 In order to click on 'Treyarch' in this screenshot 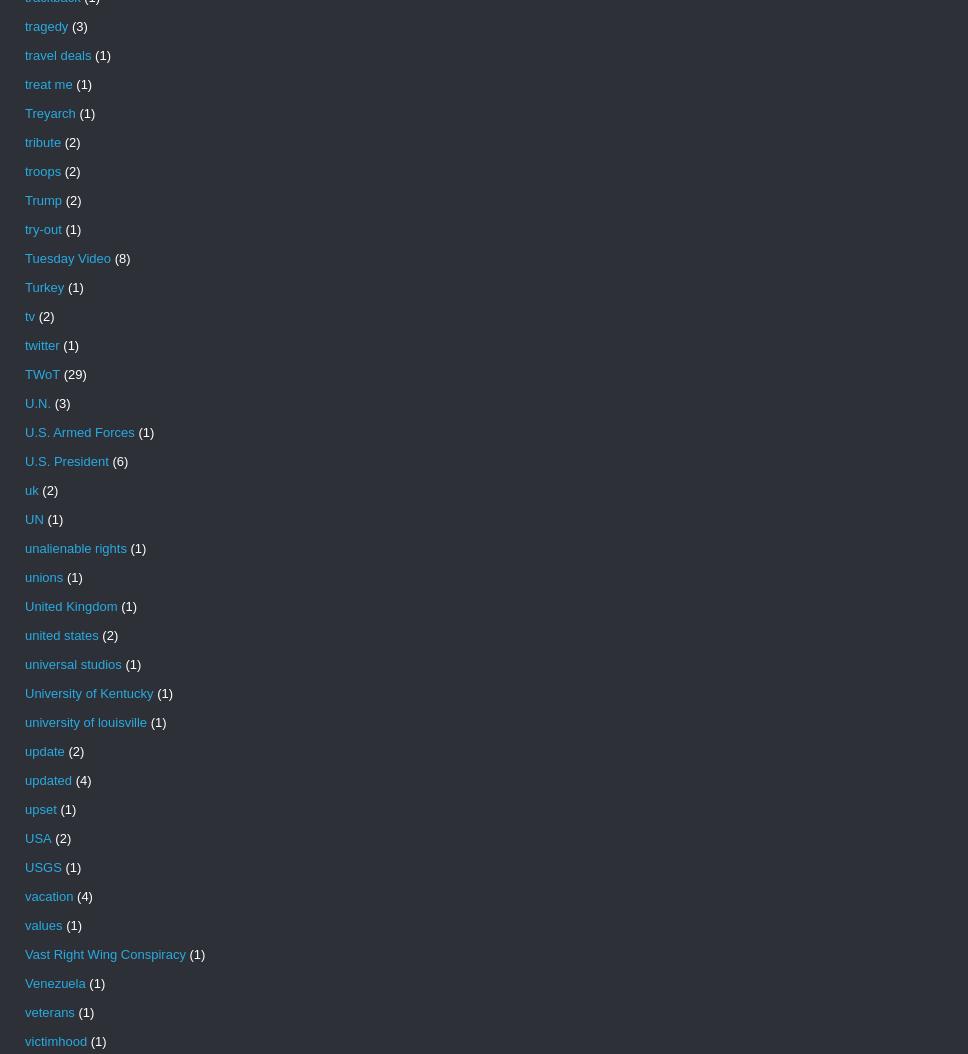, I will do `click(49, 113)`.